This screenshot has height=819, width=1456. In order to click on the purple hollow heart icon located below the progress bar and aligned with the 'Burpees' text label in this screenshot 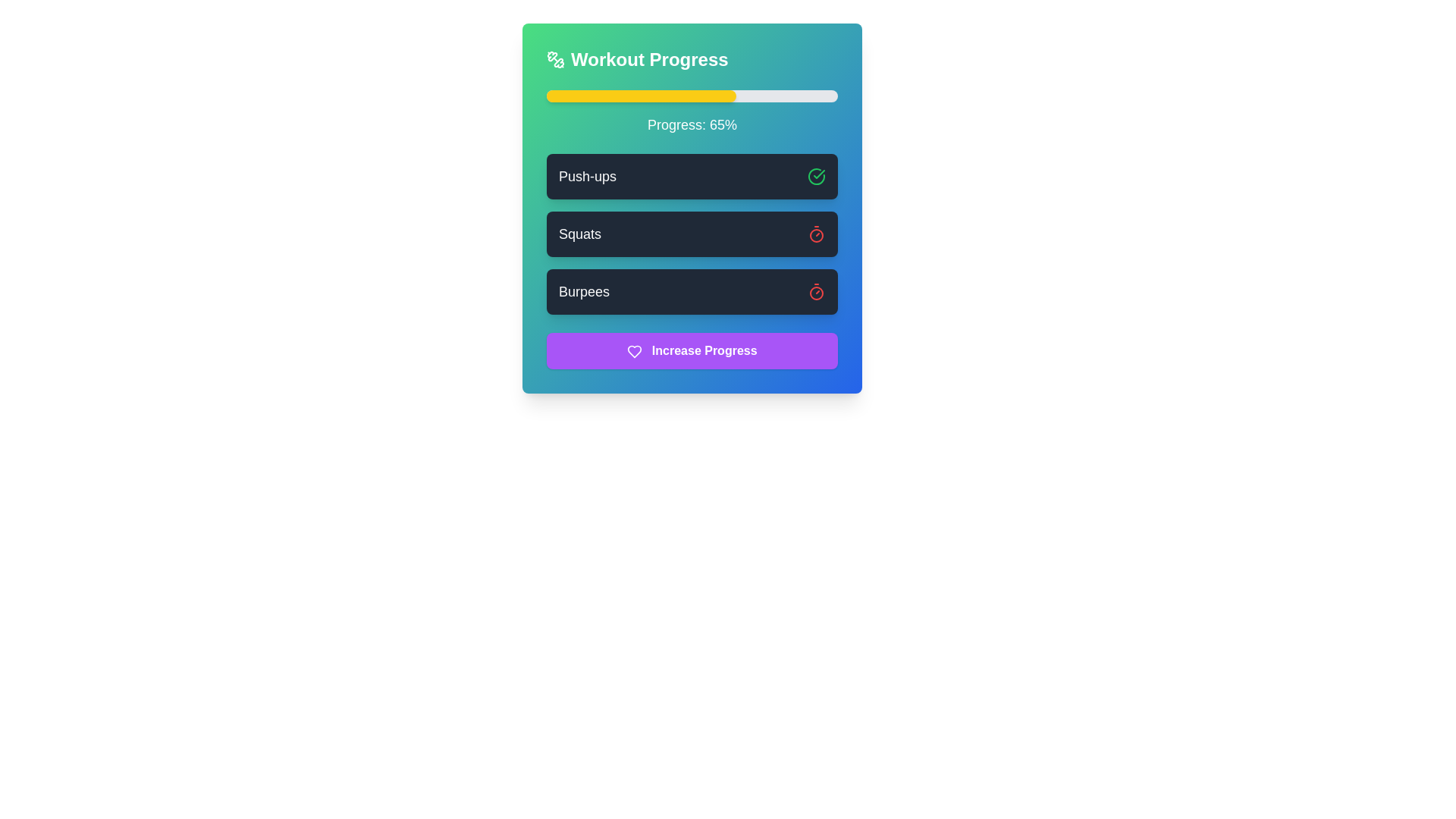, I will do `click(635, 351)`.